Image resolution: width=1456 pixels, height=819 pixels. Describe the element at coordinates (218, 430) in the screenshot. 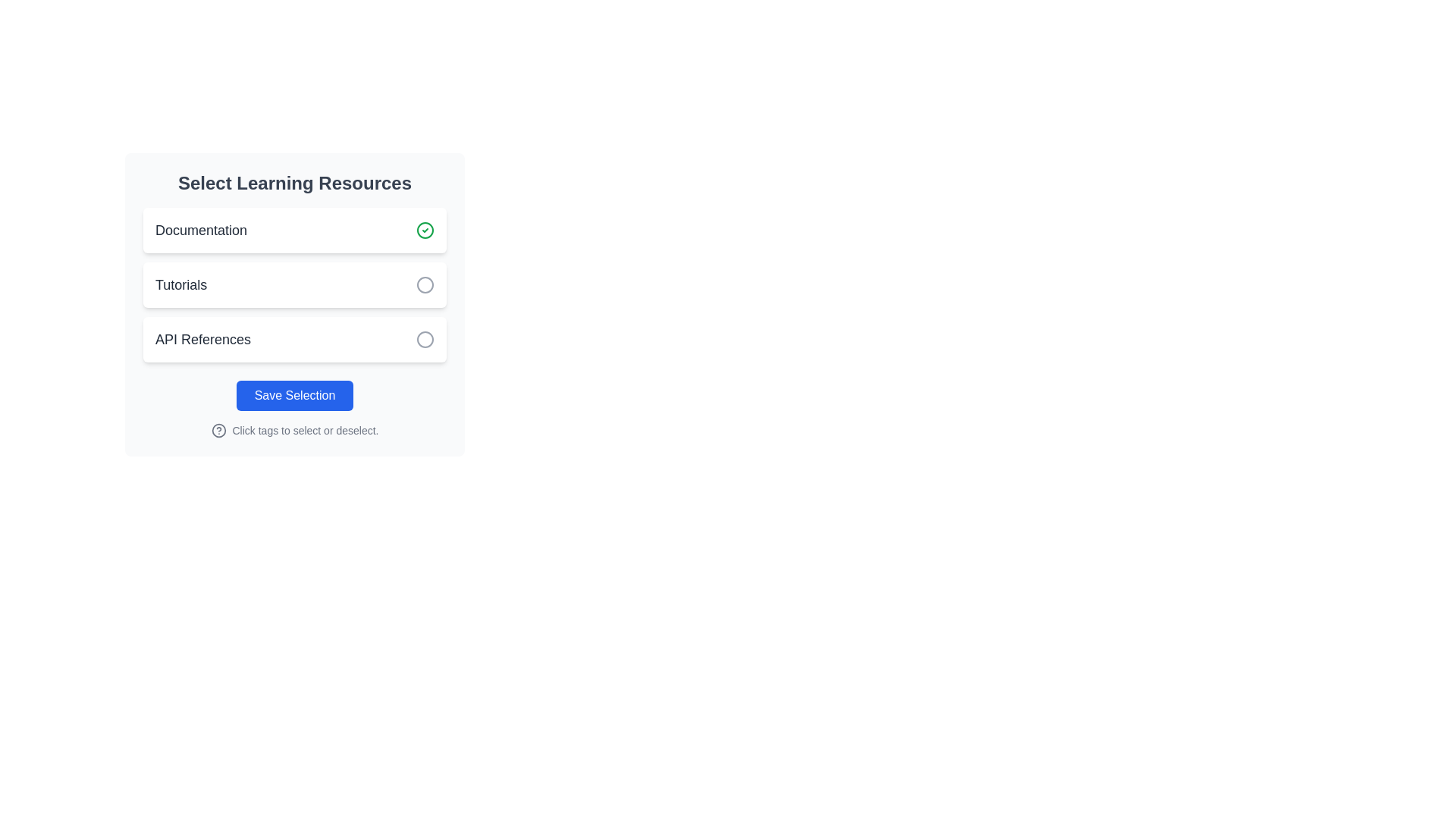

I see `the central SVG Circle element that is part of an interactive icon located at the bottom area of the interface` at that location.